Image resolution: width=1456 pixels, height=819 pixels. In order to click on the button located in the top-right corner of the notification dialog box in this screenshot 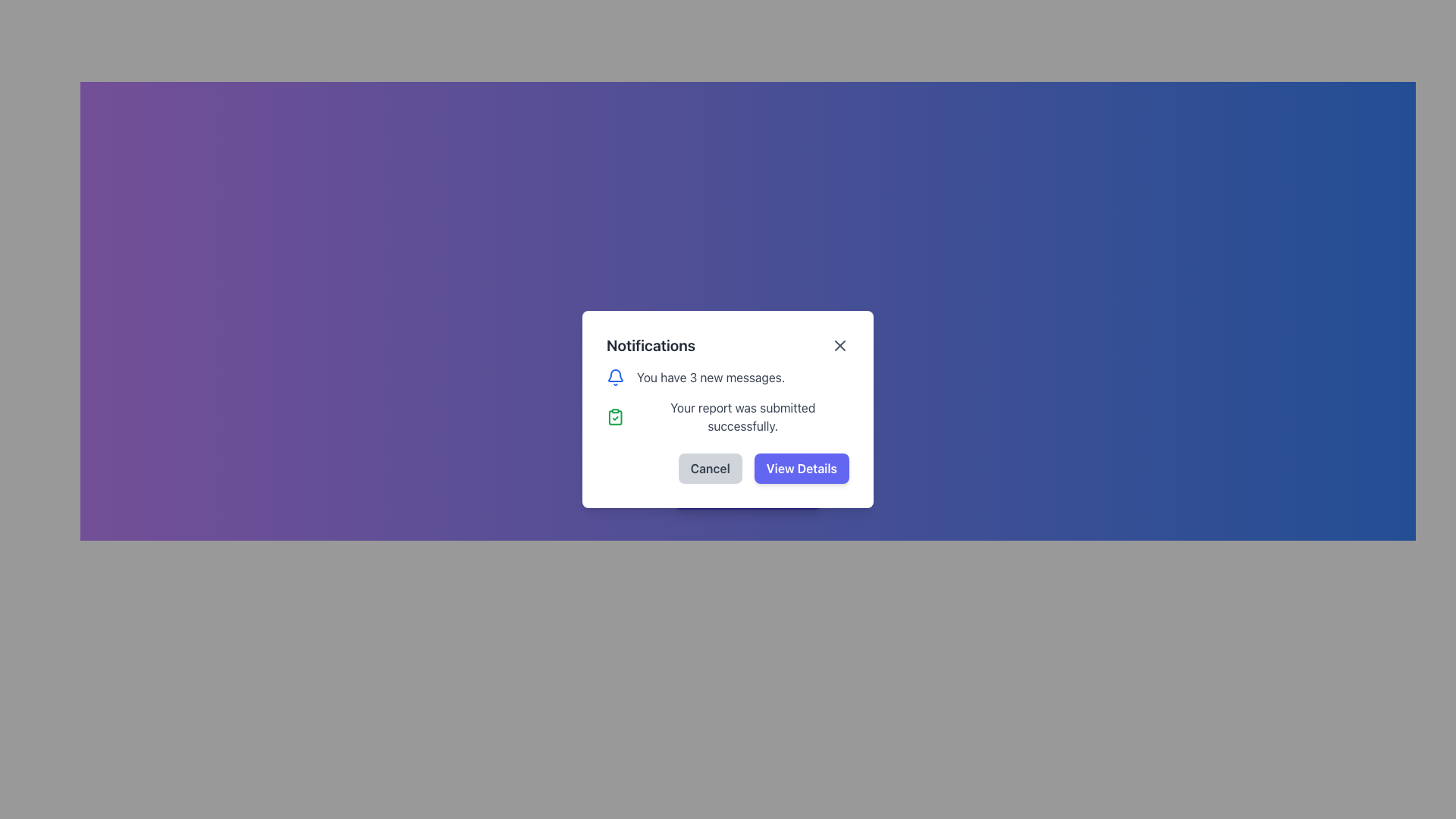, I will do `click(839, 345)`.